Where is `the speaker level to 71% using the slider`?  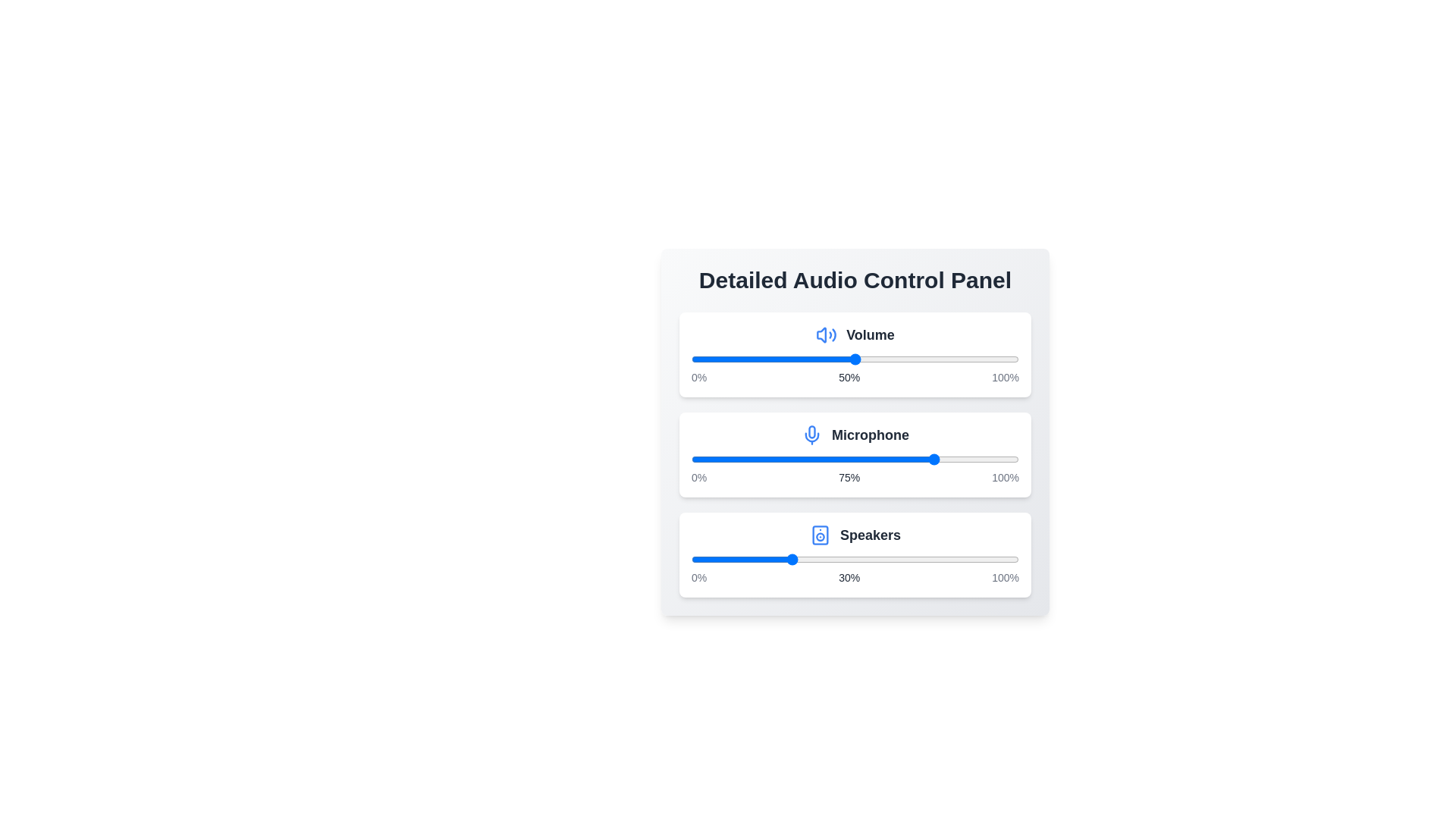 the speaker level to 71% using the slider is located at coordinates (923, 559).